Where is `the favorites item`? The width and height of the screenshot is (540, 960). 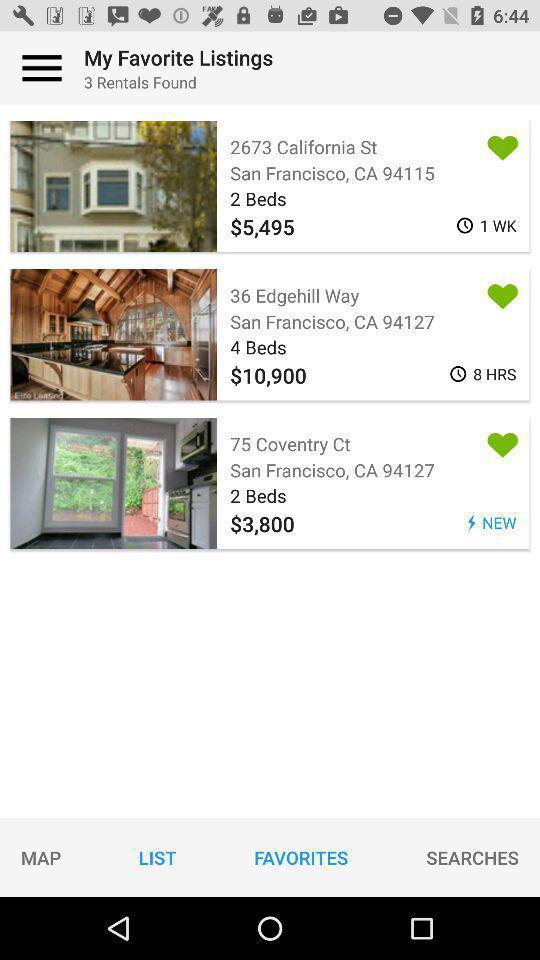 the favorites item is located at coordinates (300, 856).